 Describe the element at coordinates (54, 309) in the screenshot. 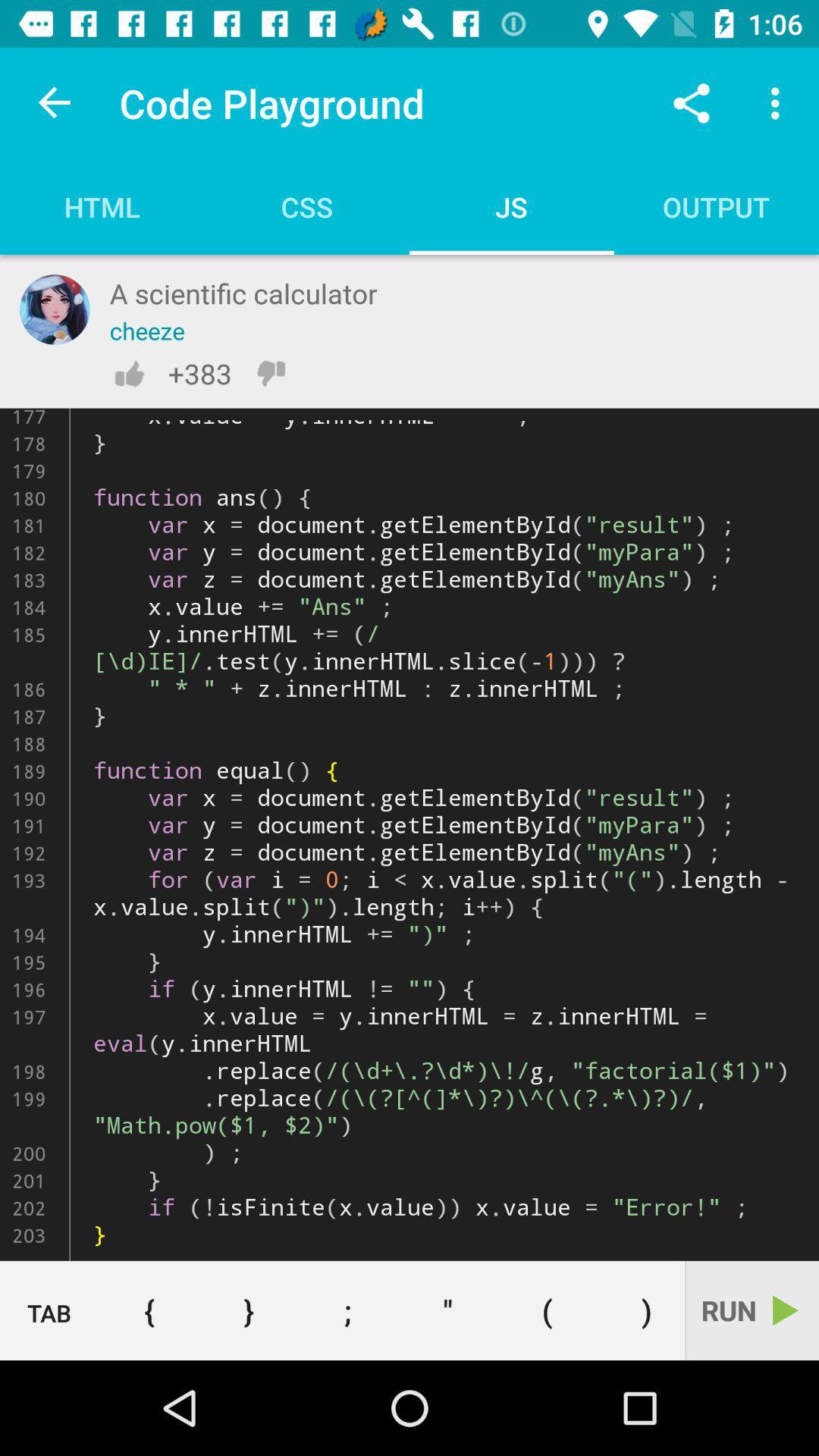

I see `icon below html item` at that location.